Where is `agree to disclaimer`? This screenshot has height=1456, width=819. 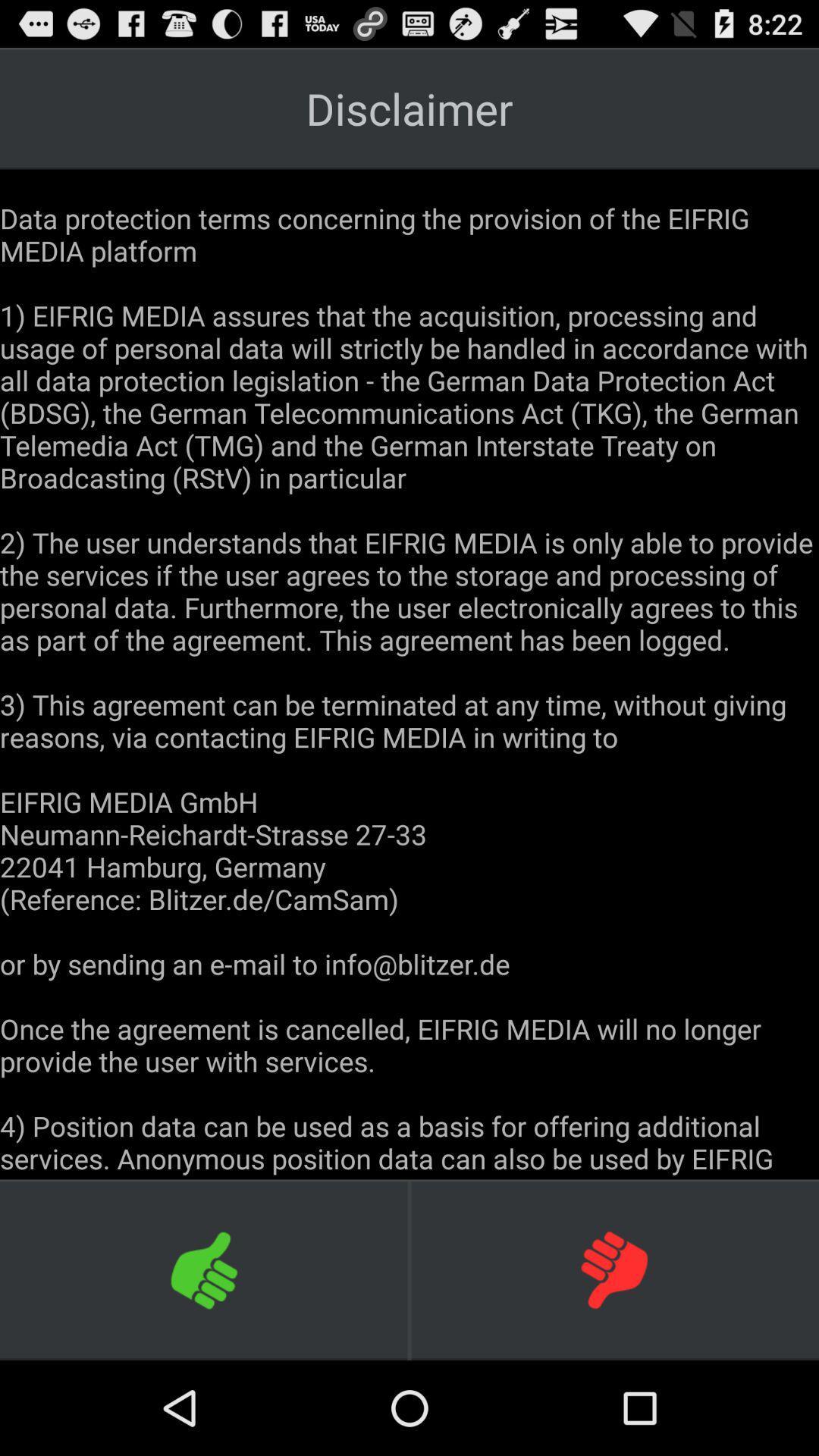 agree to disclaimer is located at coordinates (205, 1269).